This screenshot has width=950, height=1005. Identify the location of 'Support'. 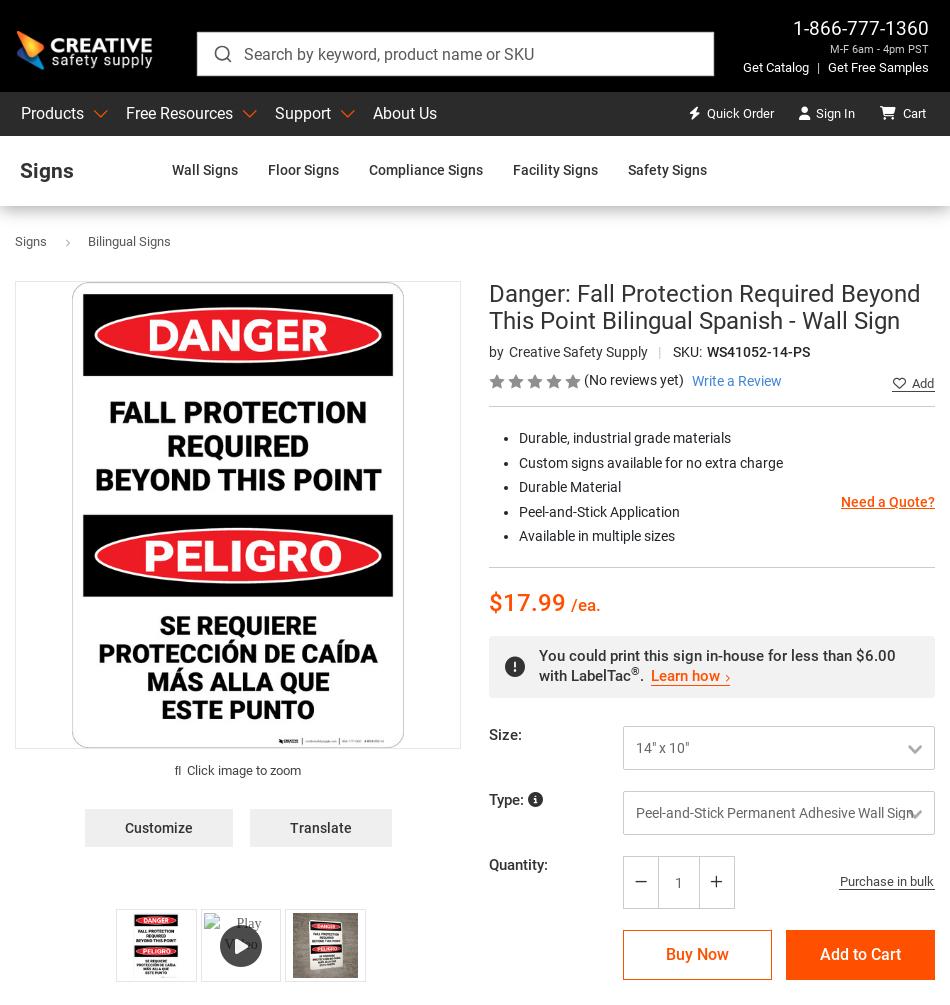
(301, 113).